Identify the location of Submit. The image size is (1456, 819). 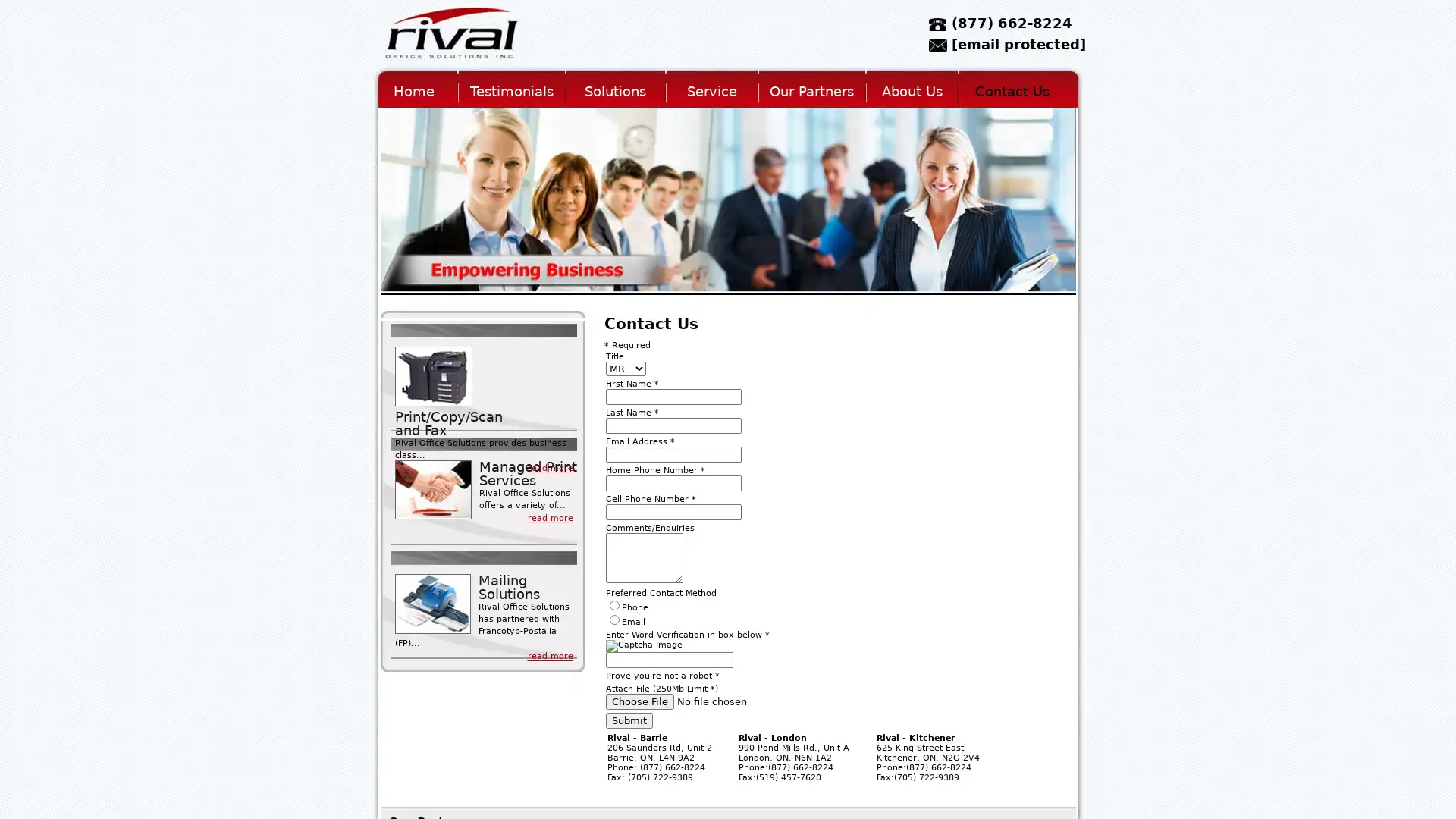
(629, 720).